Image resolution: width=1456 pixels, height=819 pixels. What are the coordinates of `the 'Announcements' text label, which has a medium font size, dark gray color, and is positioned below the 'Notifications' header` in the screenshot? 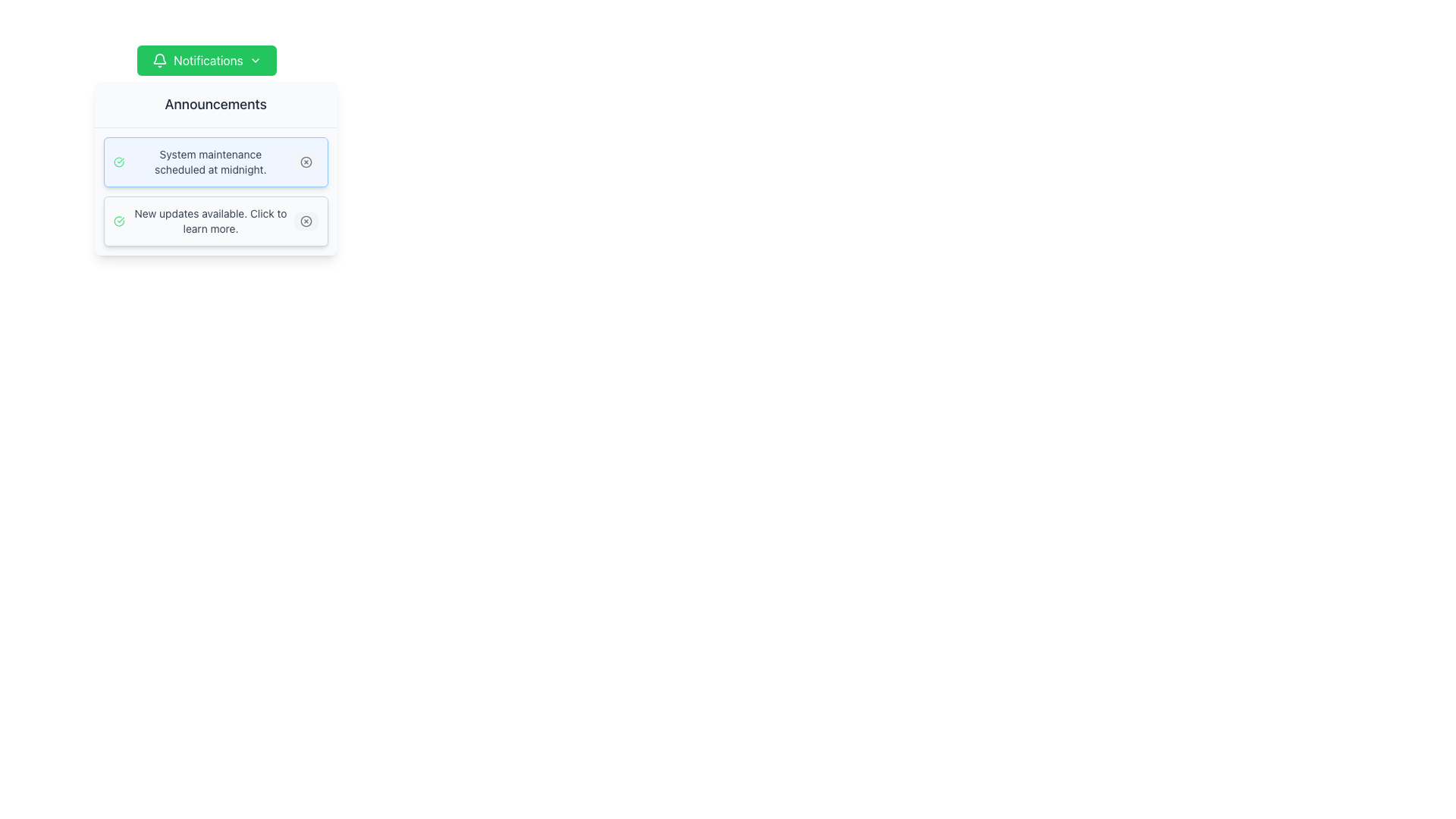 It's located at (215, 104).